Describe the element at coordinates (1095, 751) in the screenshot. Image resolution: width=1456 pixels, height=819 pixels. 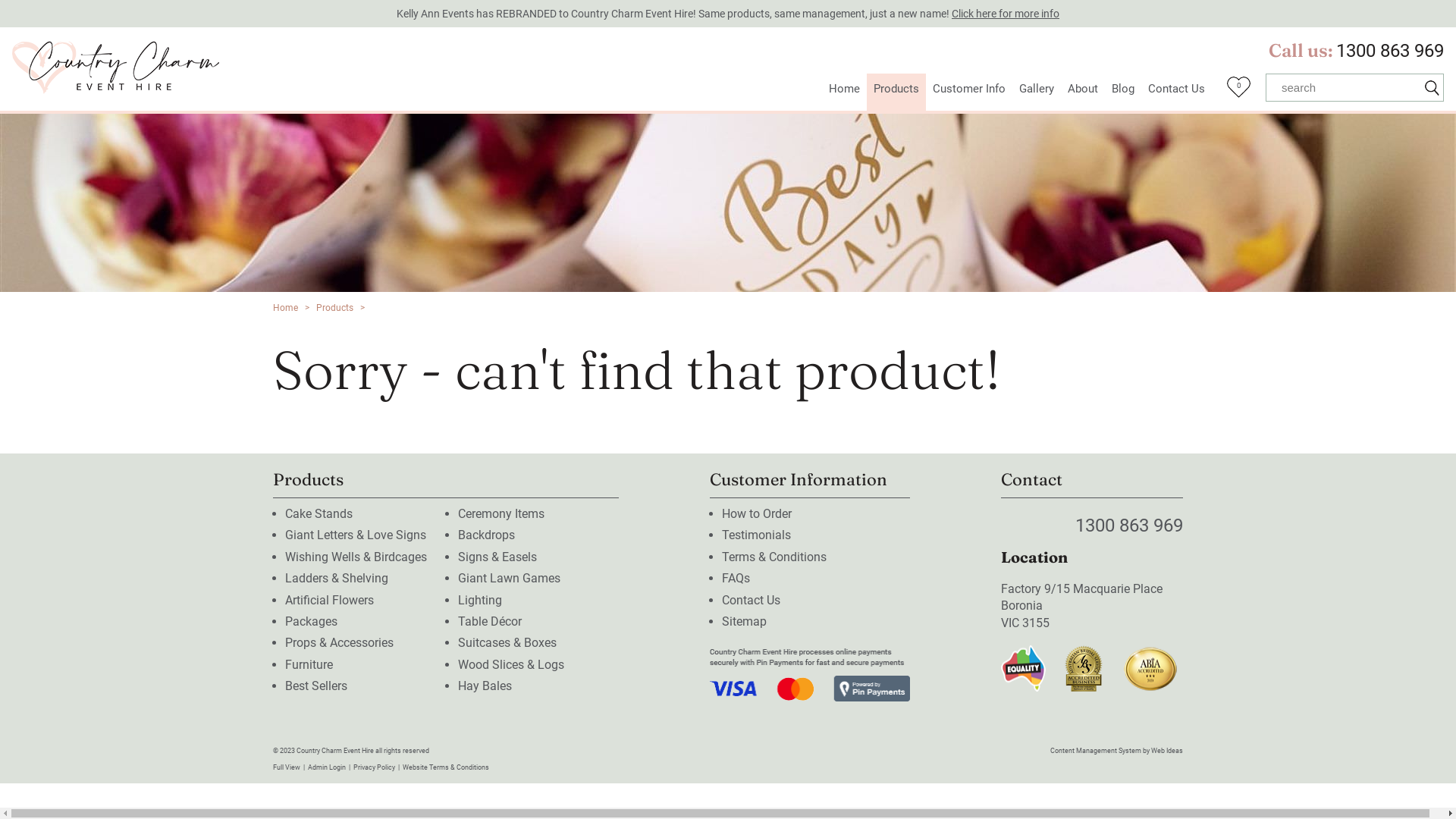
I see `'Content Management System'` at that location.